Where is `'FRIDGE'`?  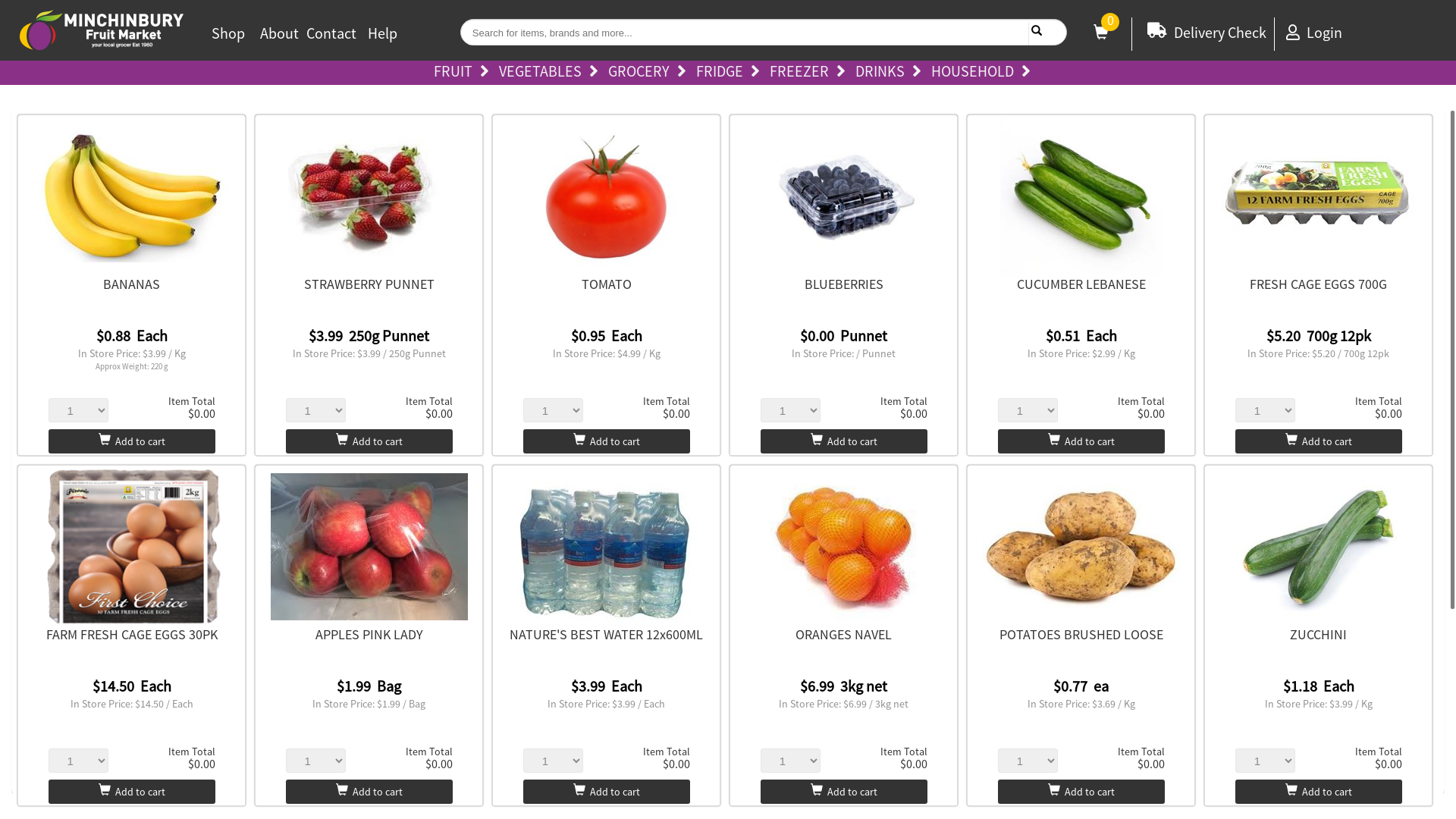 'FRIDGE' is located at coordinates (731, 72).